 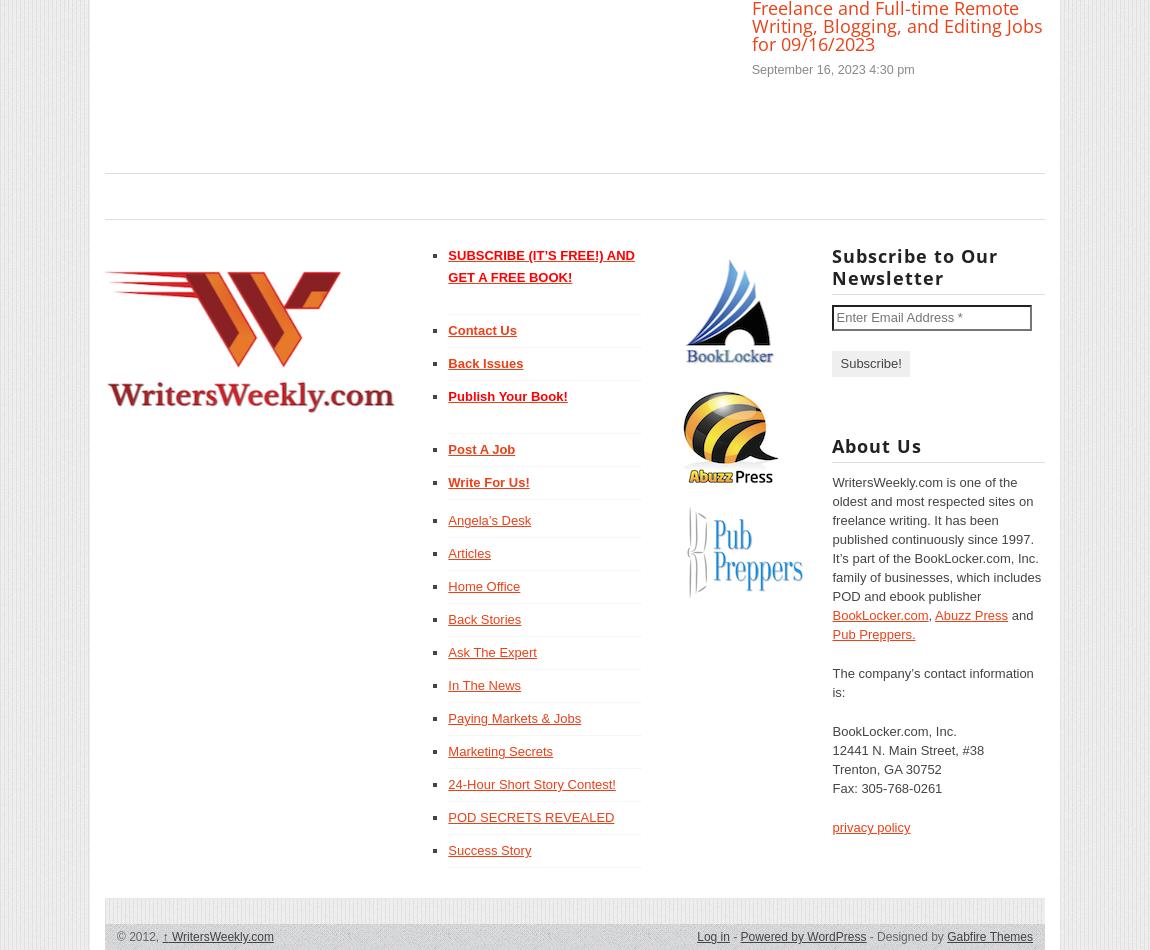 I want to click on 'Log in', so click(x=696, y=935).